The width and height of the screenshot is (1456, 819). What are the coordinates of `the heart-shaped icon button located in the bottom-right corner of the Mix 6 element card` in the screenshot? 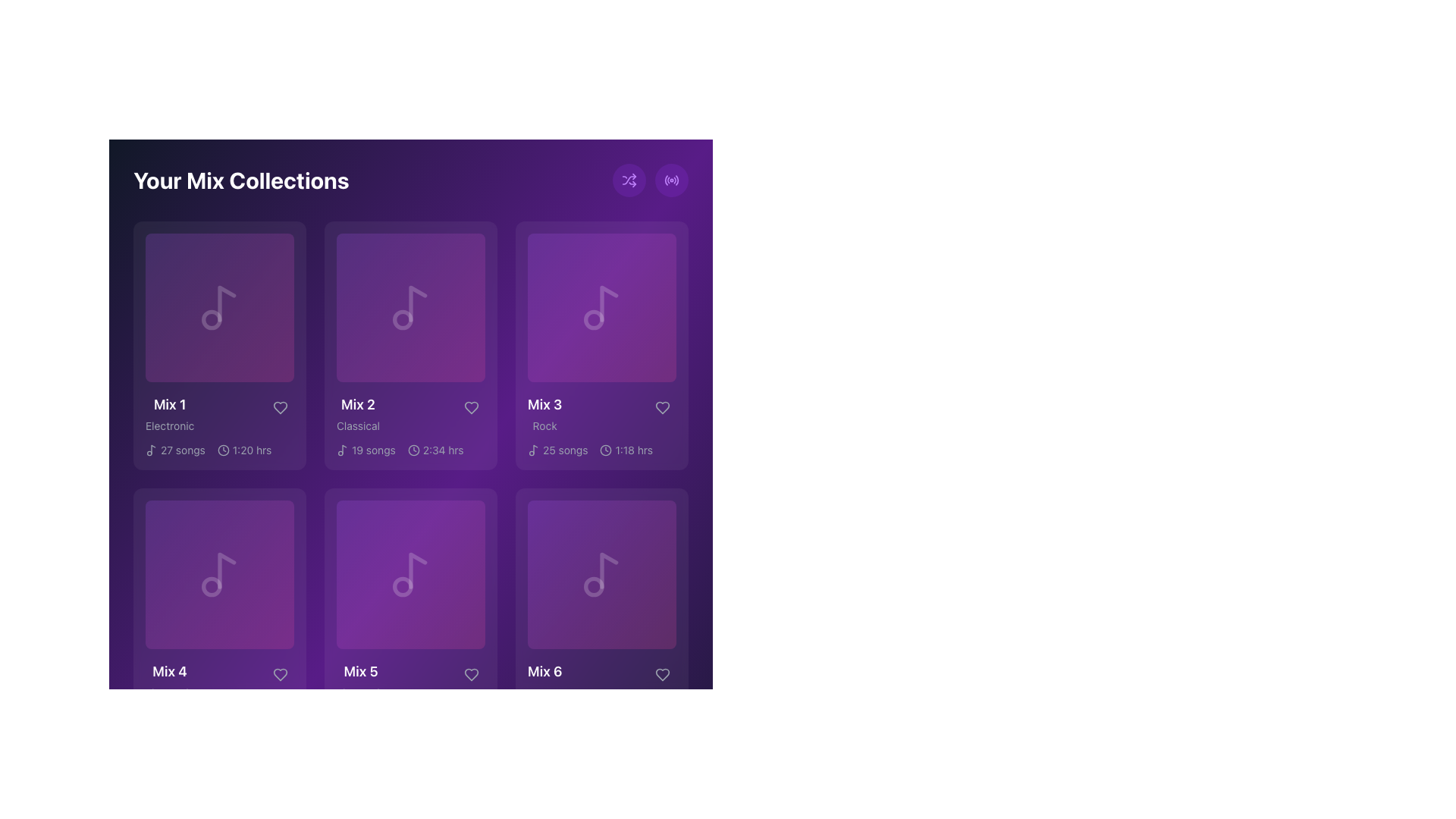 It's located at (662, 674).